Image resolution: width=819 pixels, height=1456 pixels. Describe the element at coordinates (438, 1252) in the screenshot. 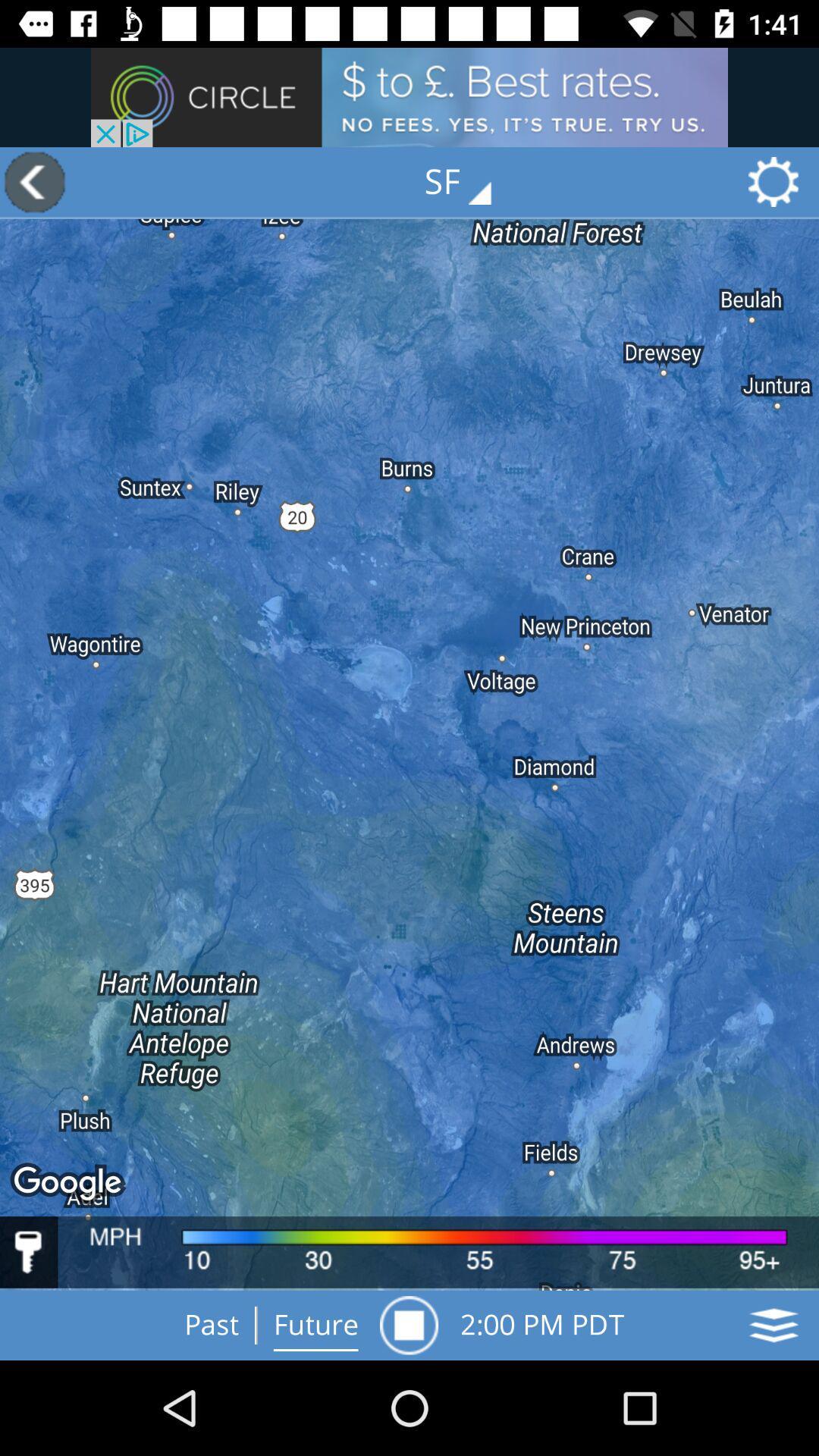

I see `scale bar right to the key icon at the bottom` at that location.